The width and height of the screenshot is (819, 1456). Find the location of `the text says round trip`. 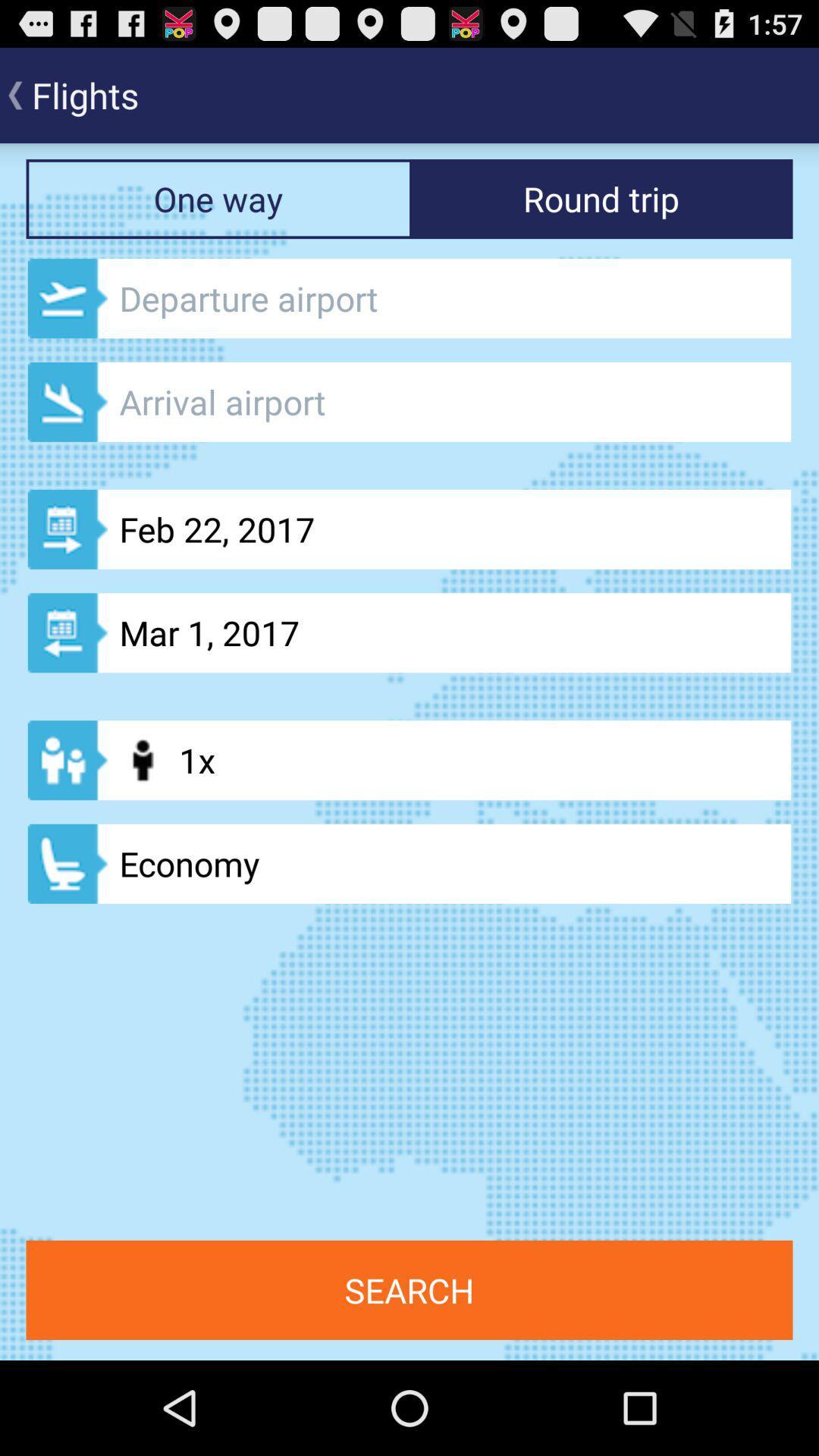

the text says round trip is located at coordinates (601, 198).